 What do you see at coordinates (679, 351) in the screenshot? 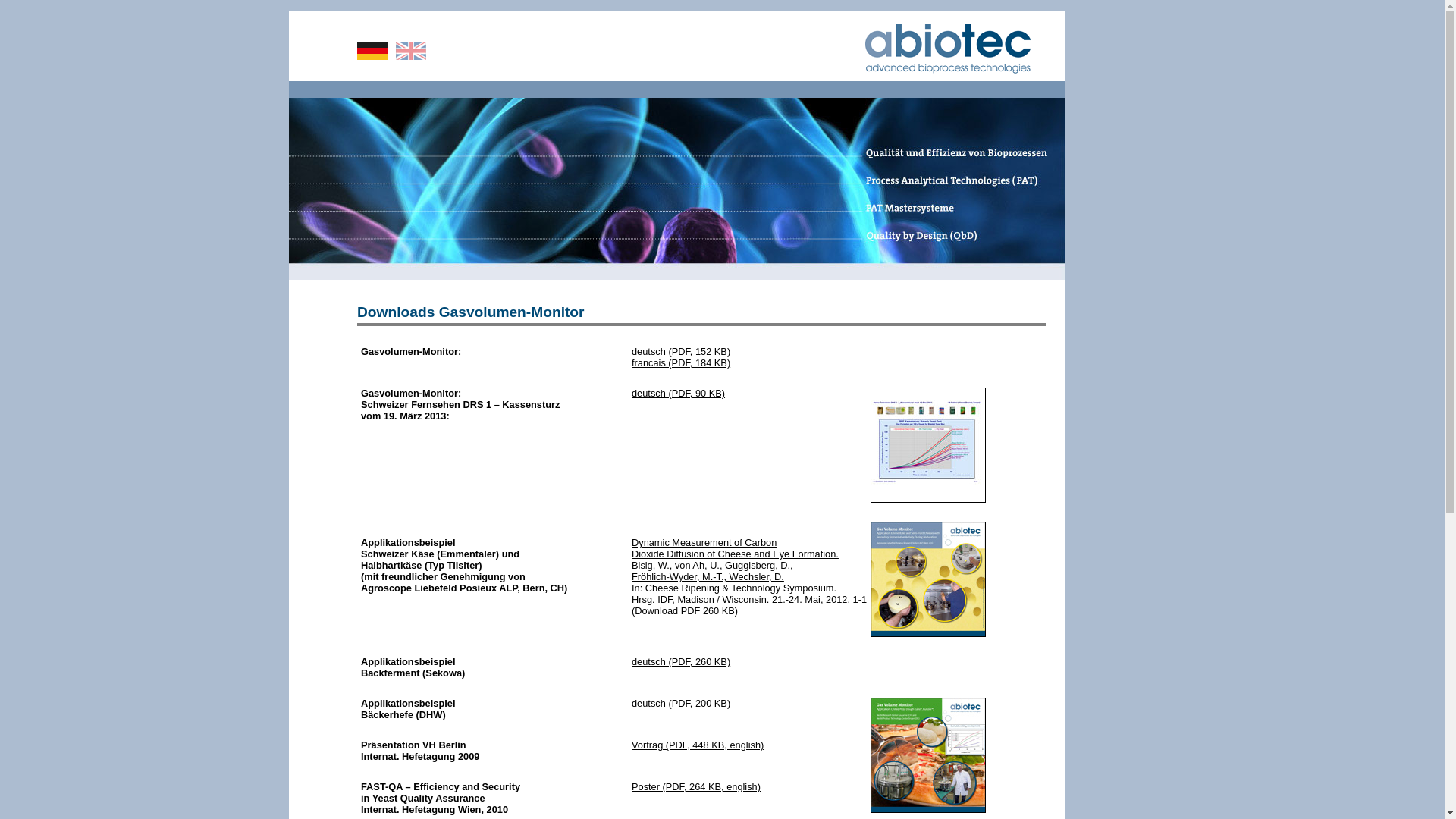
I see `'deutsch (PDF, 152 KB)'` at bounding box center [679, 351].